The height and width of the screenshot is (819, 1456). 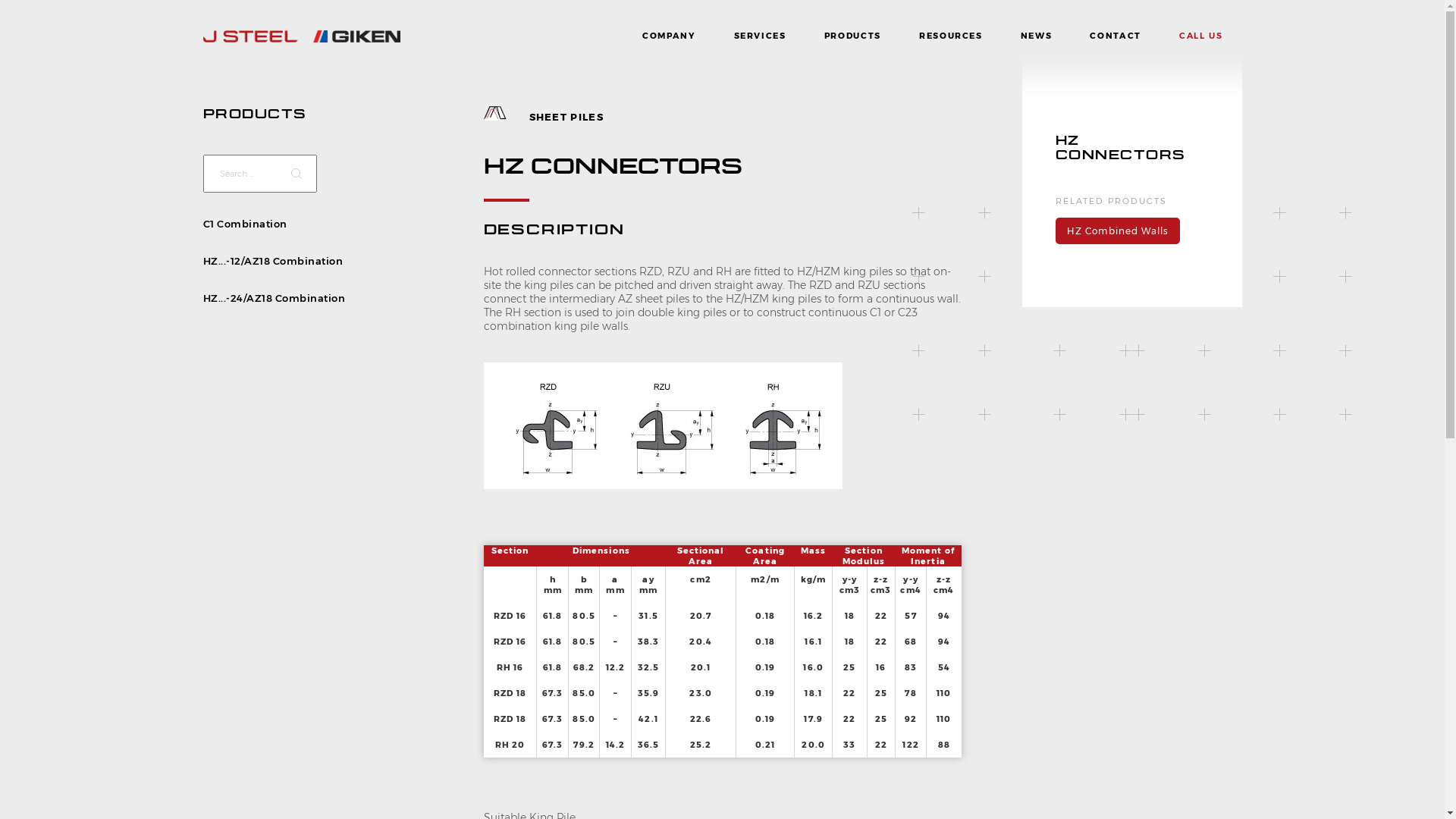 I want to click on 'HZ Combined Walls', so click(x=1117, y=231).